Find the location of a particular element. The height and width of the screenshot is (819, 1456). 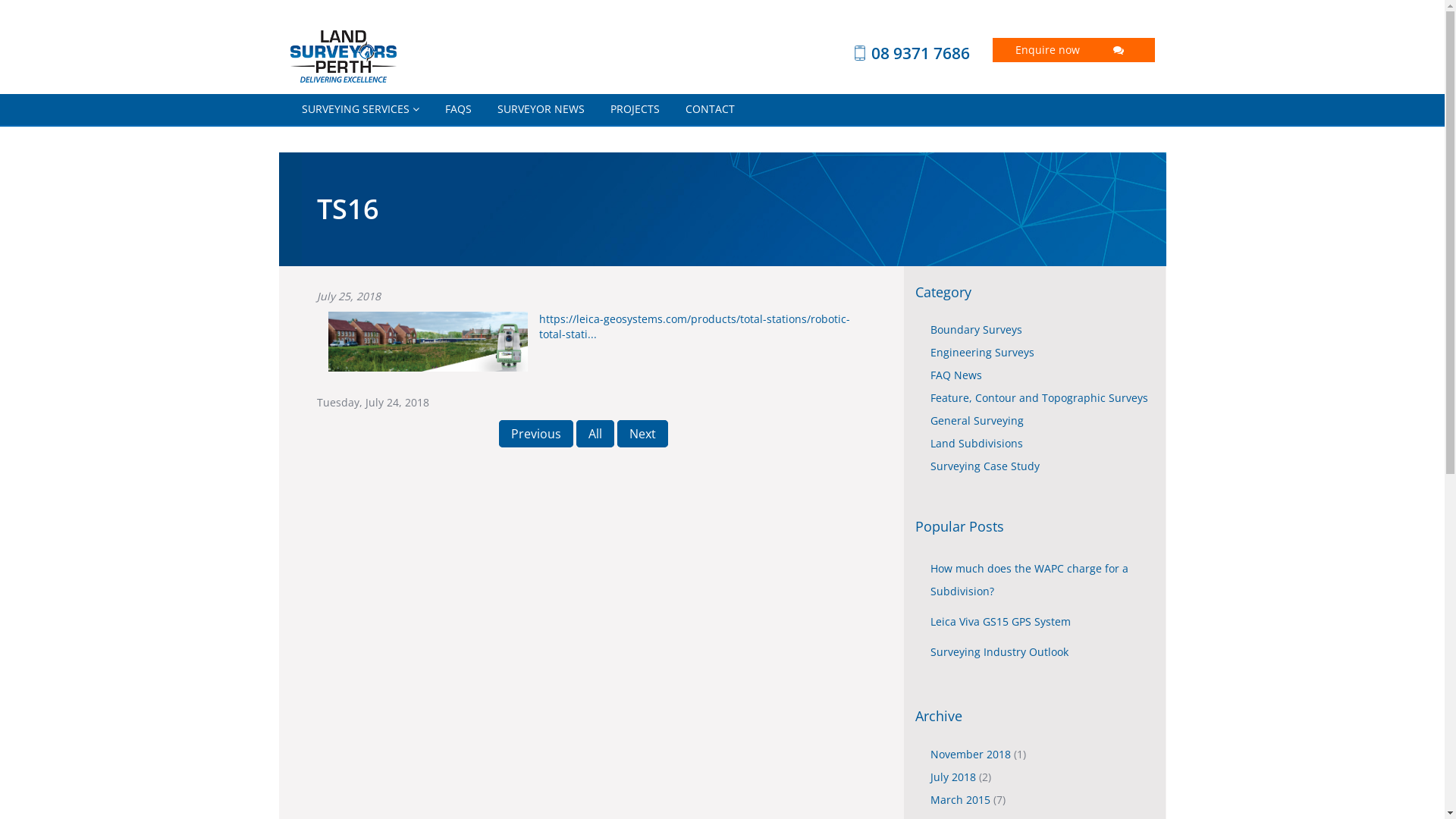

'July 2018' is located at coordinates (953, 777).